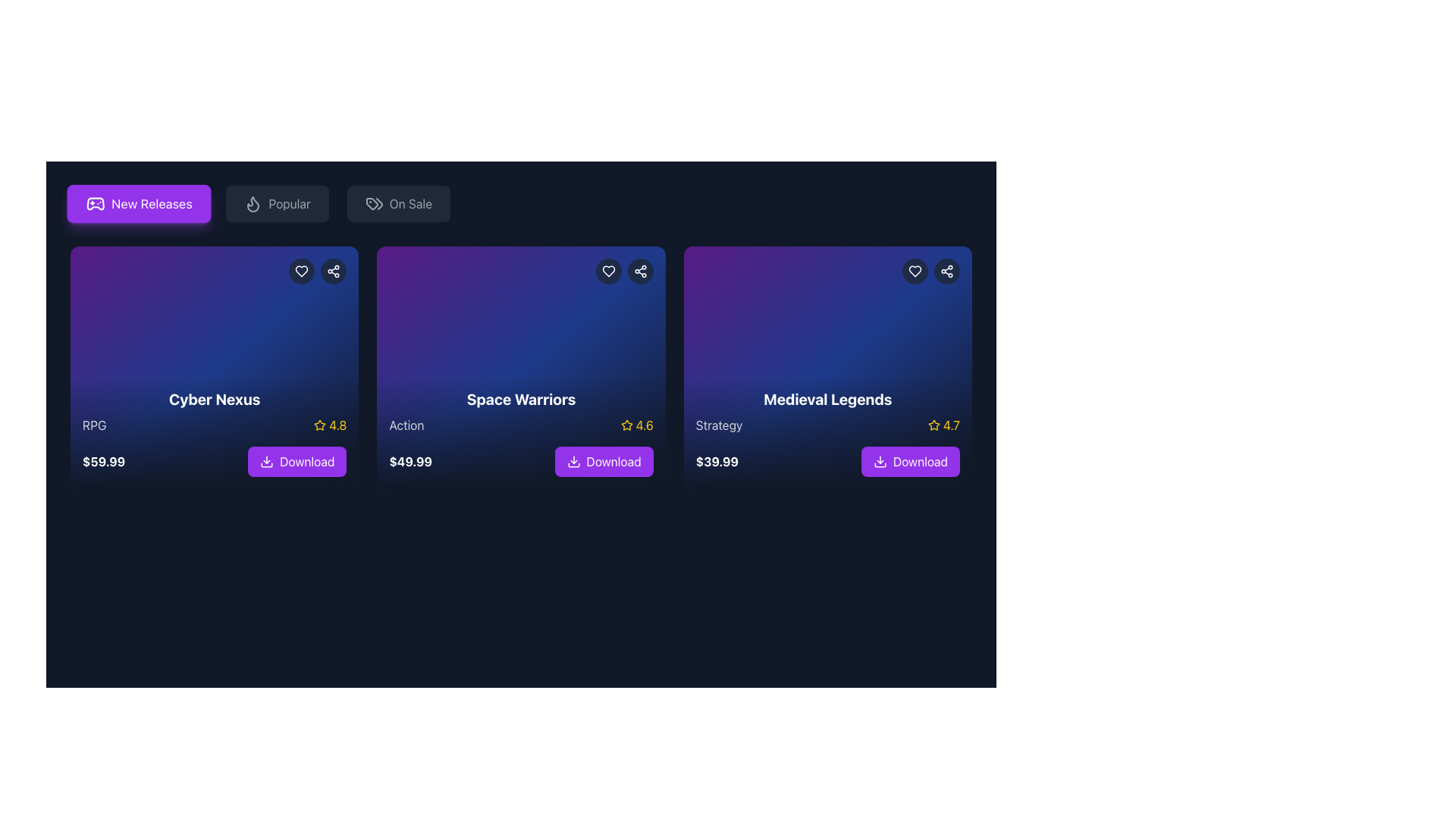 The width and height of the screenshot is (1456, 819). I want to click on the text label displaying the price '$49.99' in white font below the genre description 'Action' and above the 'Download' button in the middle card titled 'Space Warriors', so click(410, 461).